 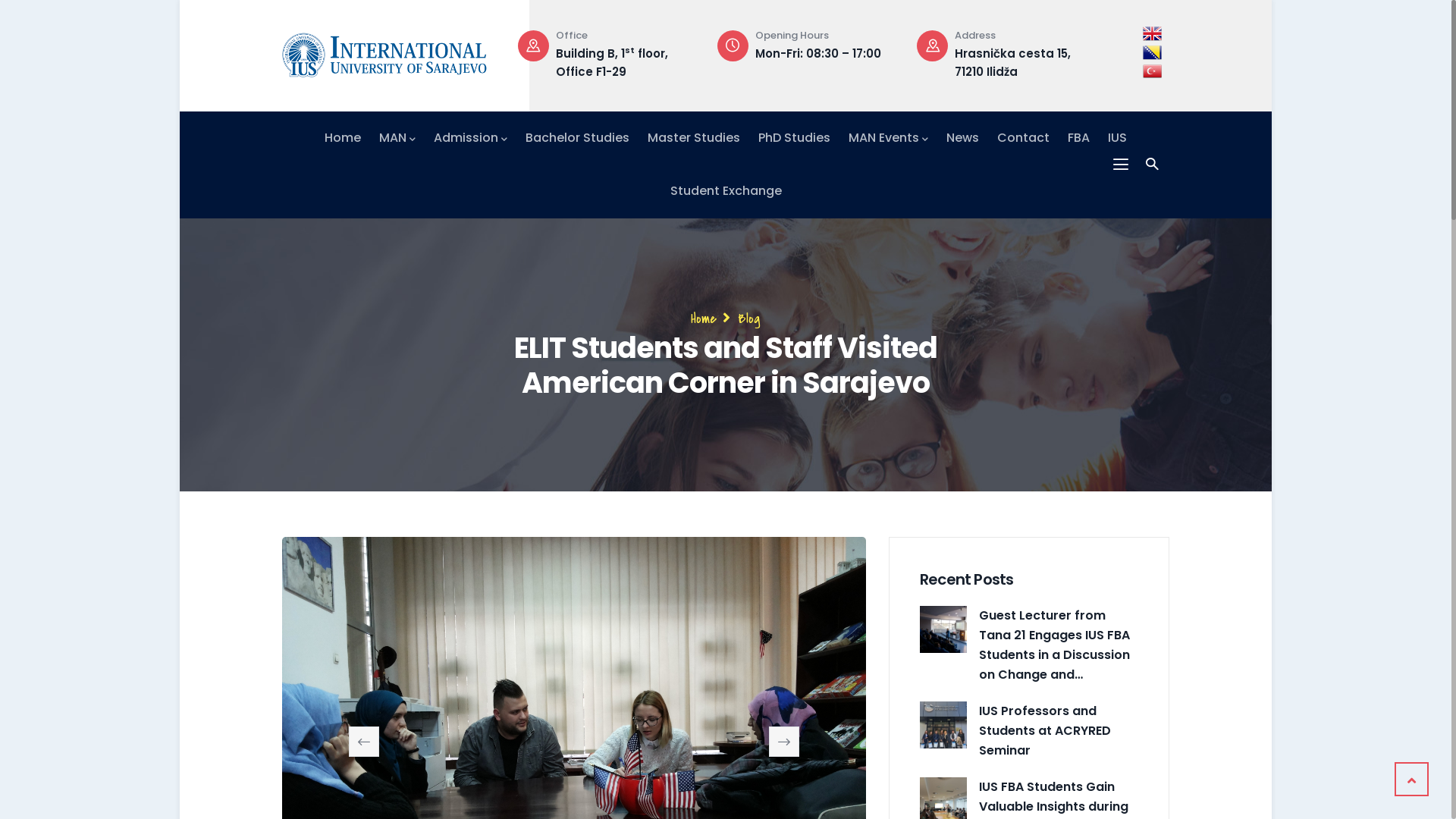 I want to click on 'Admission', so click(x=469, y=137).